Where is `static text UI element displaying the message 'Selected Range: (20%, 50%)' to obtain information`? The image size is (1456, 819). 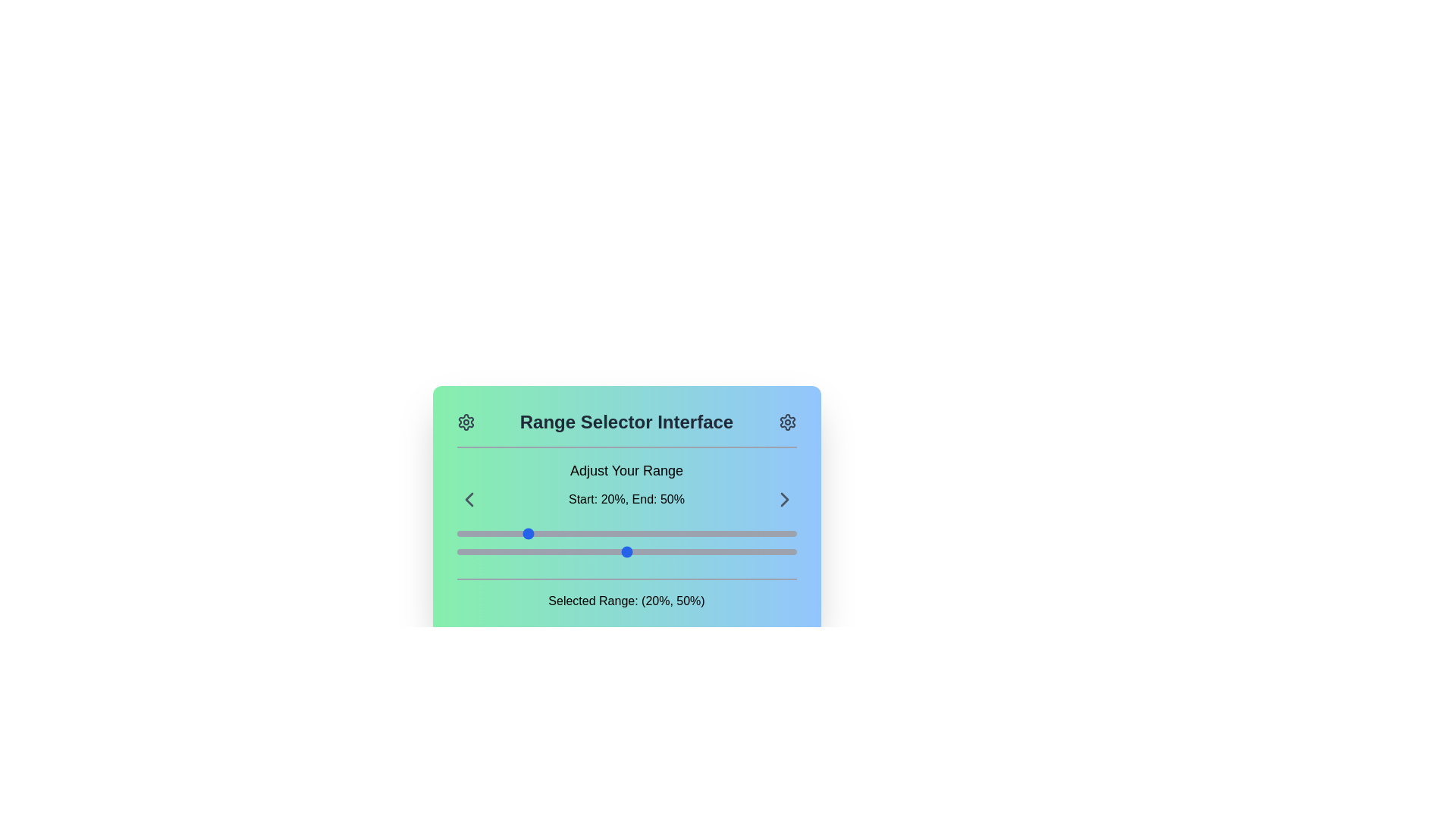 static text UI element displaying the message 'Selected Range: (20%, 50%)' to obtain information is located at coordinates (626, 601).